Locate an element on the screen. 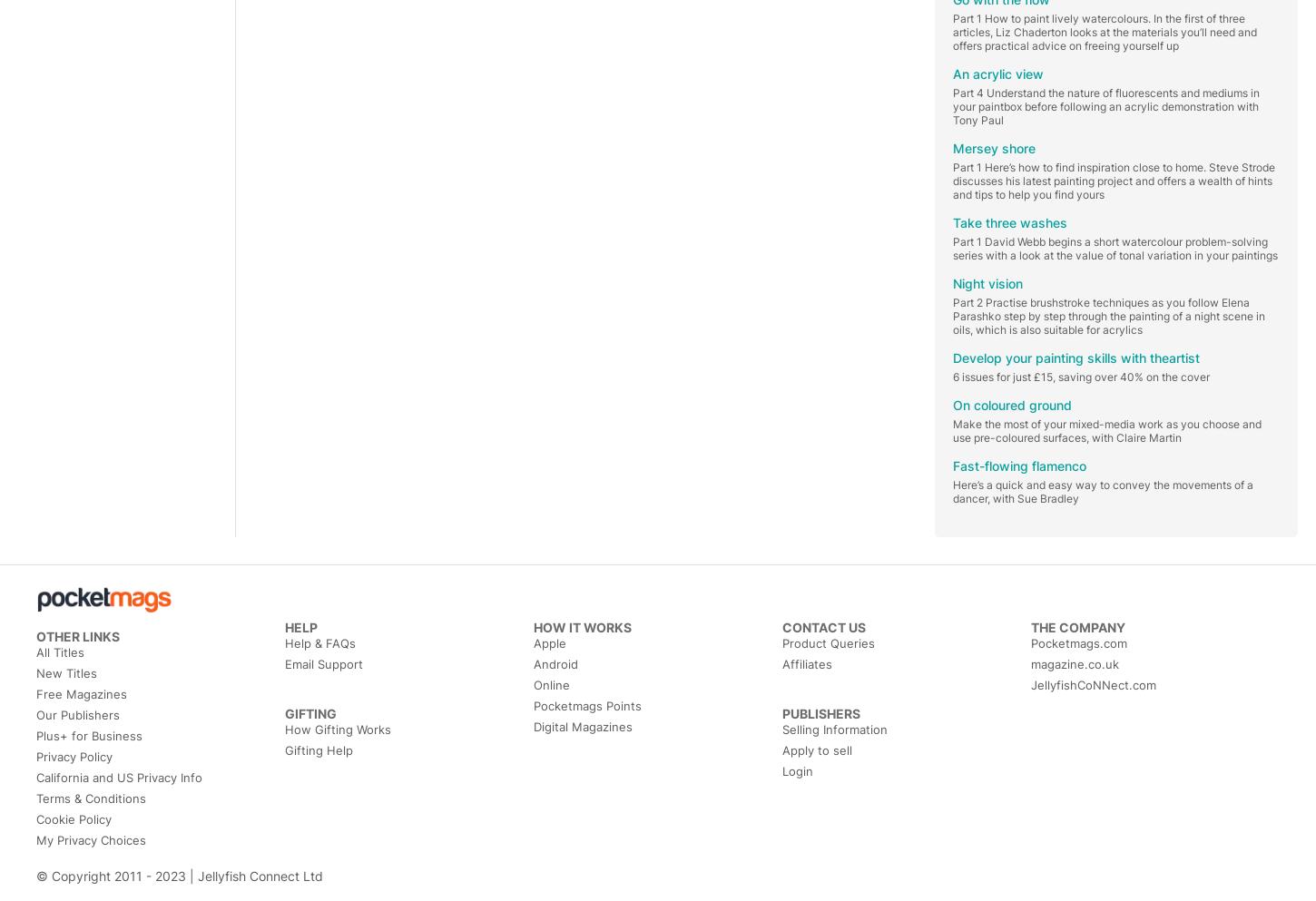 The height and width of the screenshot is (901, 1316). 'Contact Us' is located at coordinates (781, 626).